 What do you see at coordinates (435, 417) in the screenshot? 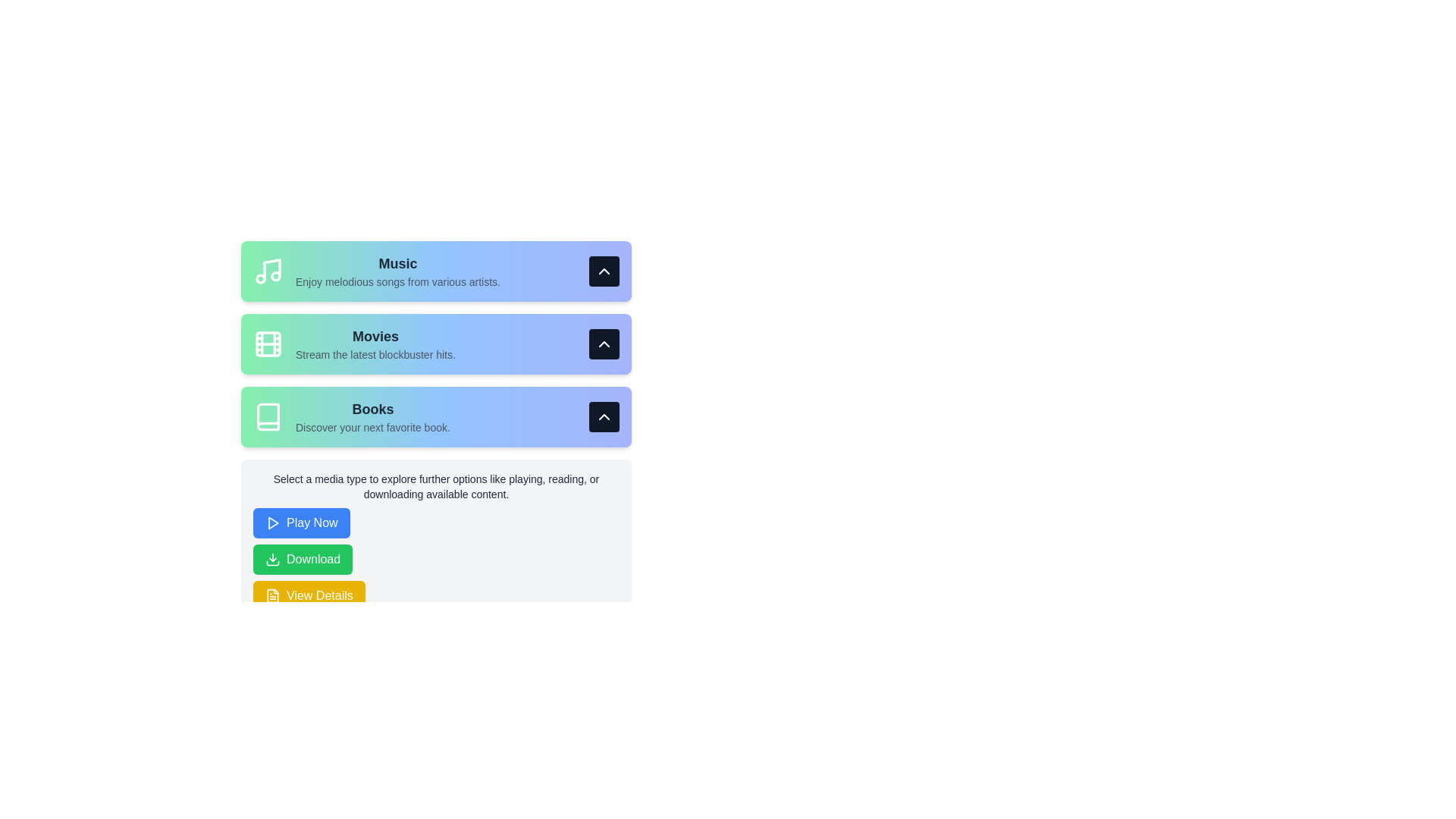
I see `the third section labeled 'Books' with a gradient background` at bounding box center [435, 417].